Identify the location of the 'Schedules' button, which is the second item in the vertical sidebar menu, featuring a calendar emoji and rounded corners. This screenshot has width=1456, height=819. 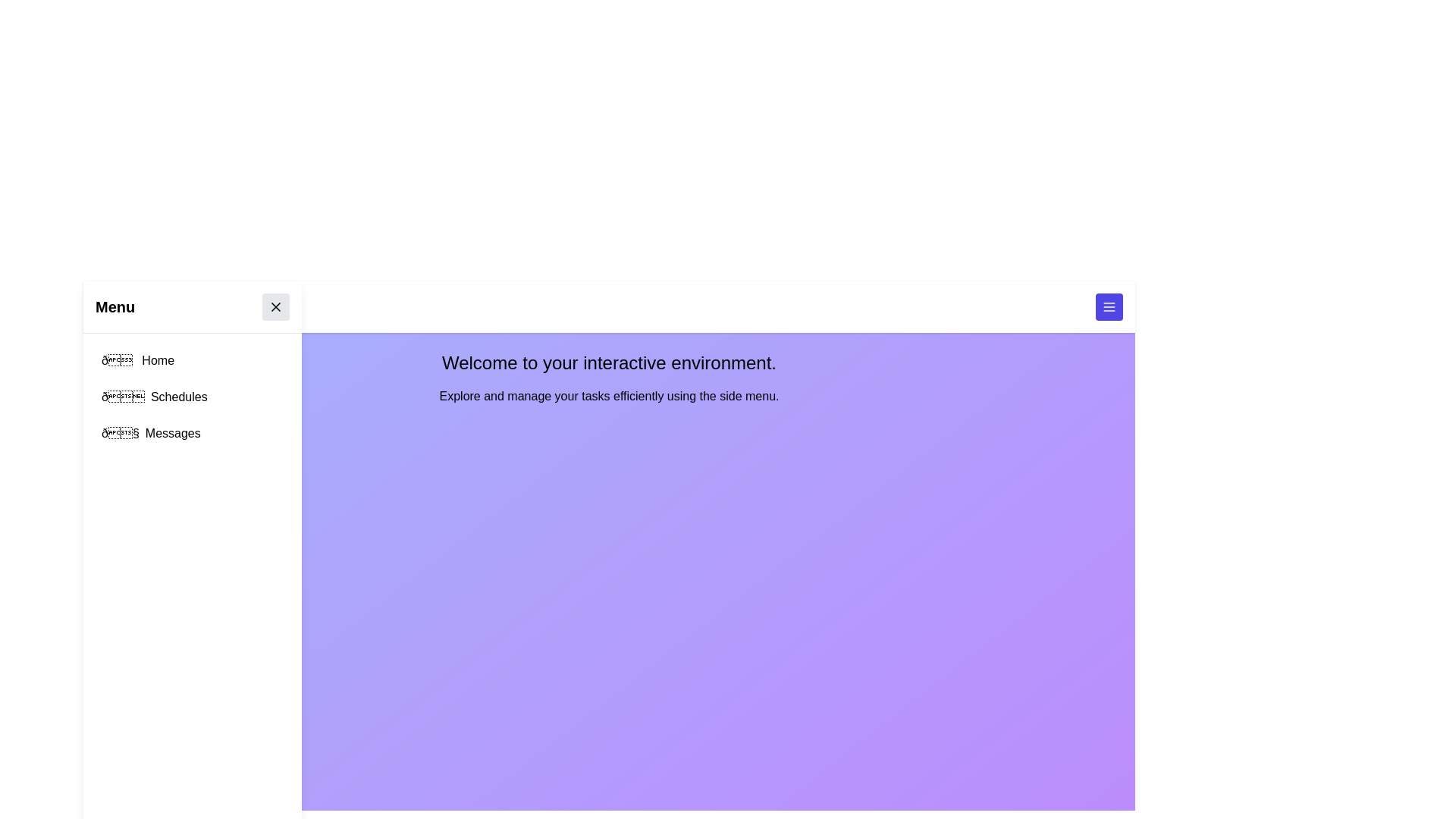
(192, 397).